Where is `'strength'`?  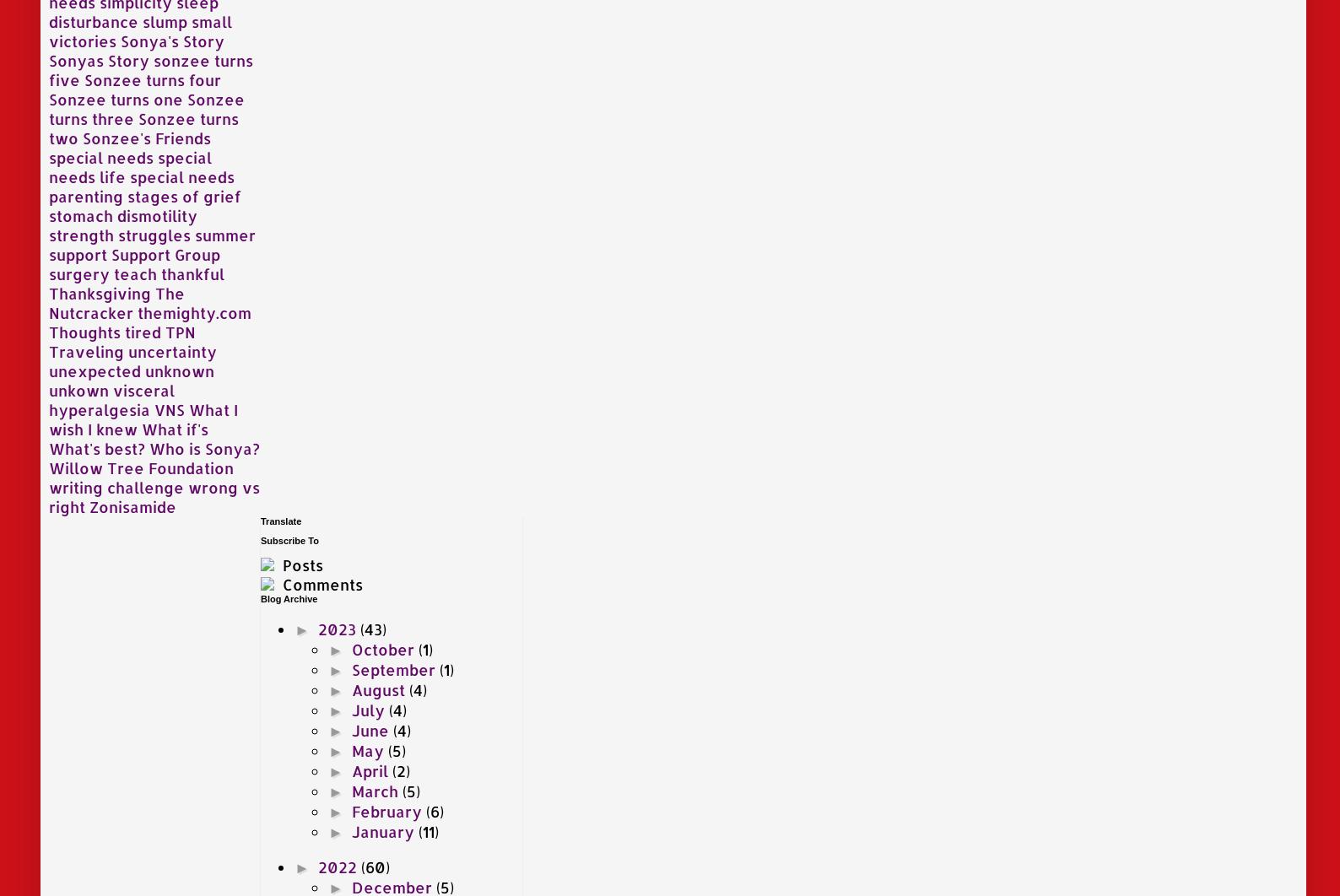 'strength' is located at coordinates (81, 233).